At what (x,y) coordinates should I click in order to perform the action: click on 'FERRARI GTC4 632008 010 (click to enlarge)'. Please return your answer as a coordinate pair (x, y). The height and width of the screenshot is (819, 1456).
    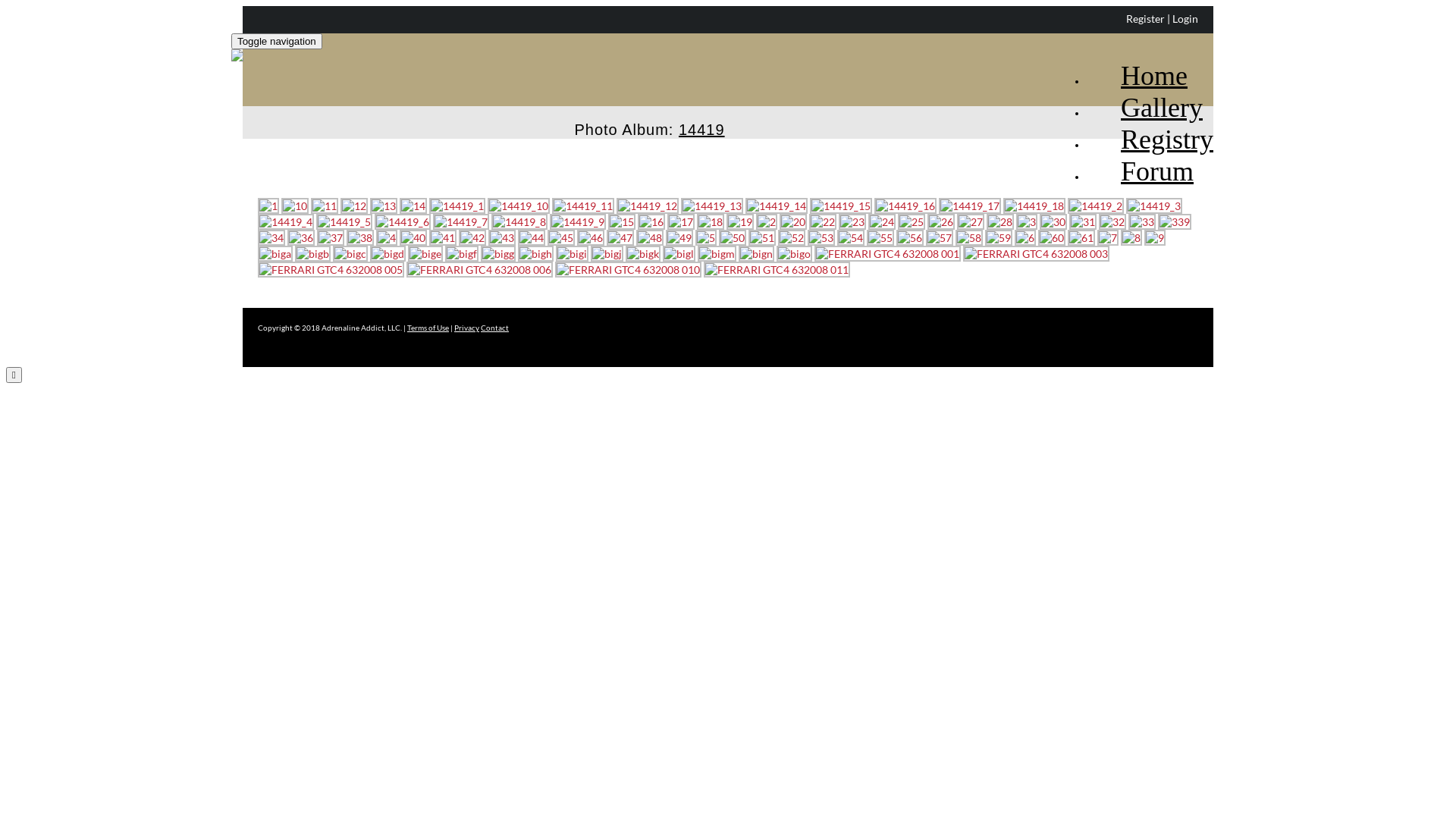
    Looking at the image, I should click on (628, 268).